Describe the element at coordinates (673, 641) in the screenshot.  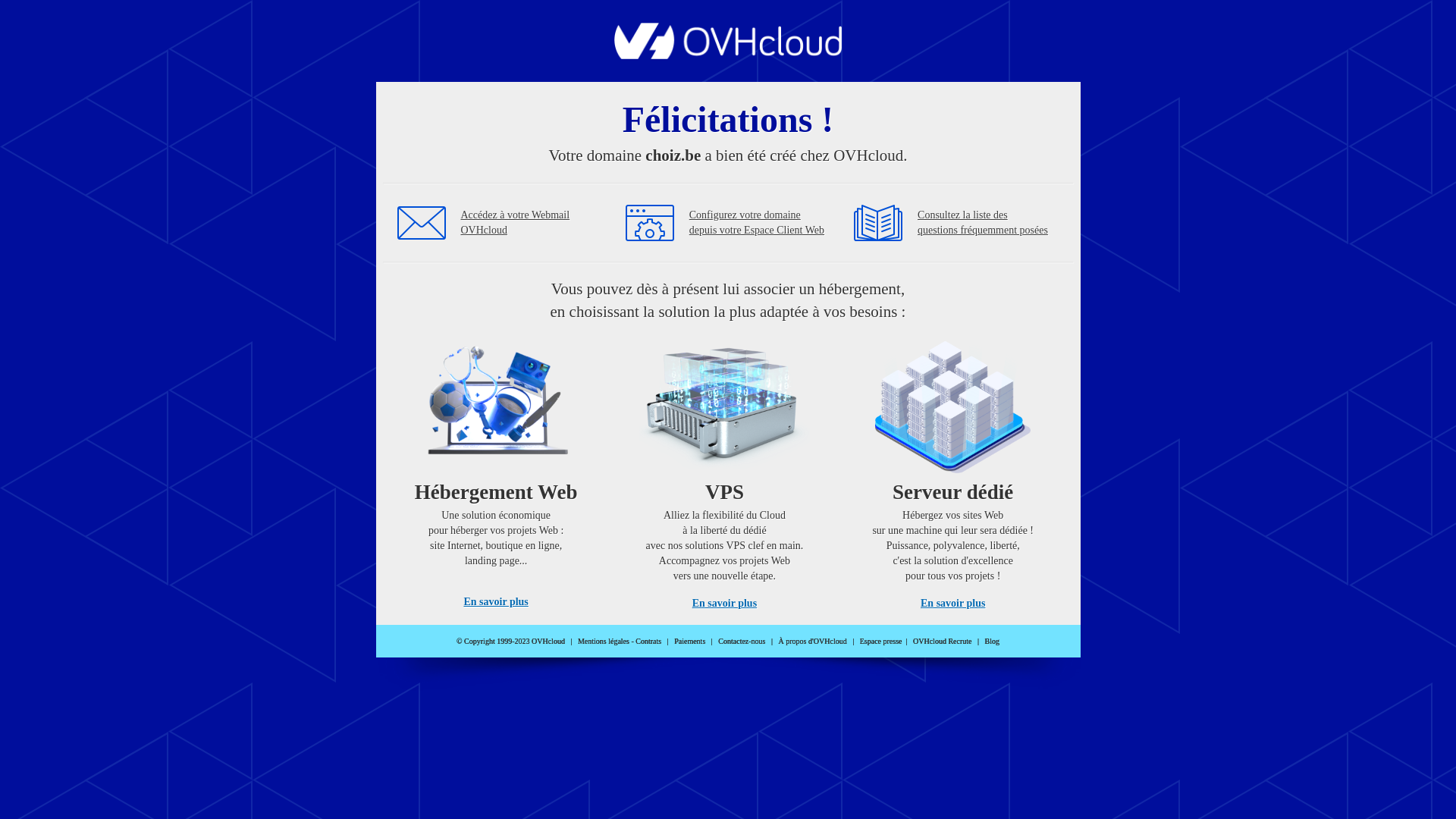
I see `'Paiements'` at that location.